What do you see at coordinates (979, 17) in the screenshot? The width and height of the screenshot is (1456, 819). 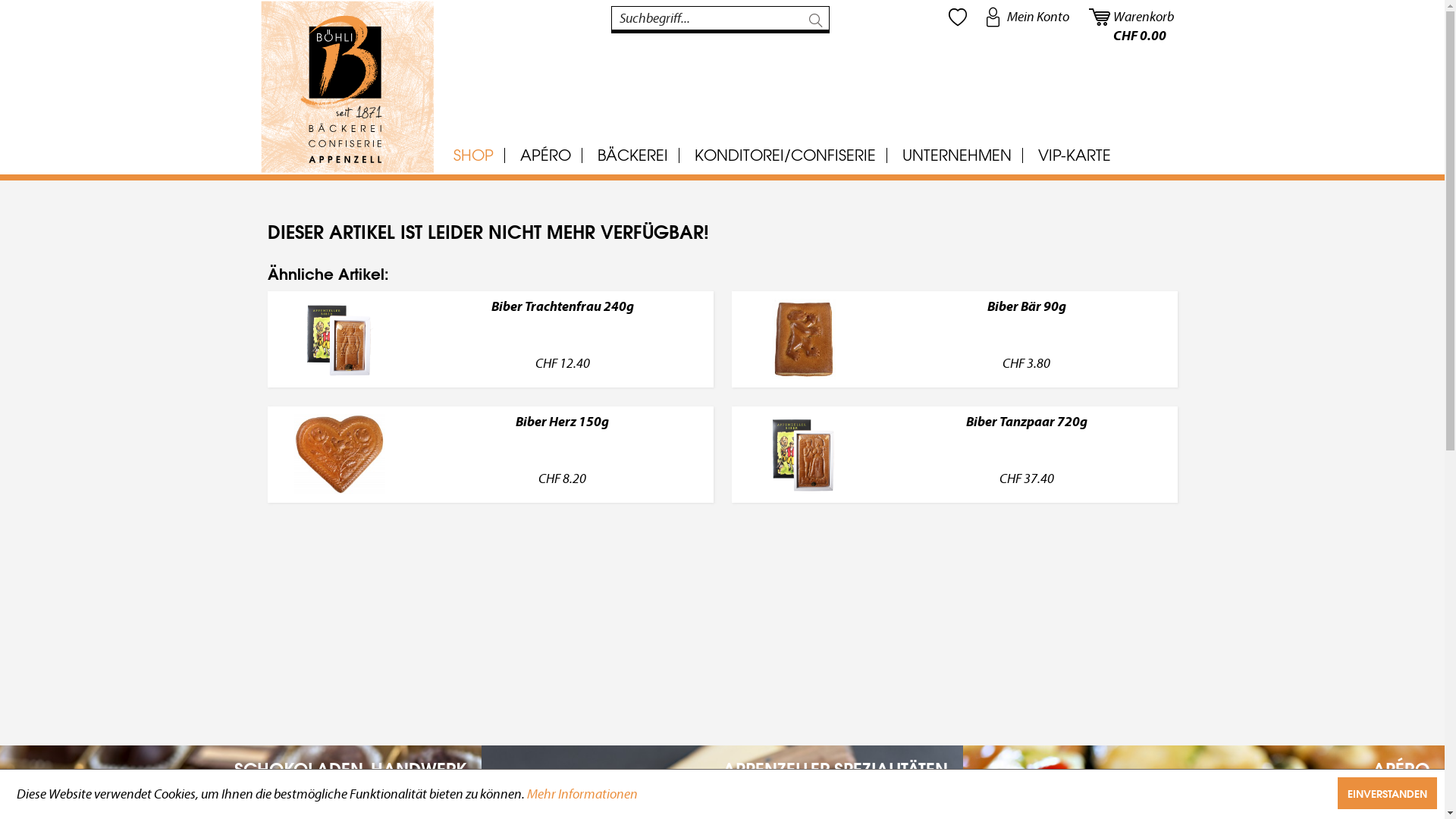 I see `'Mein Konto'` at bounding box center [979, 17].